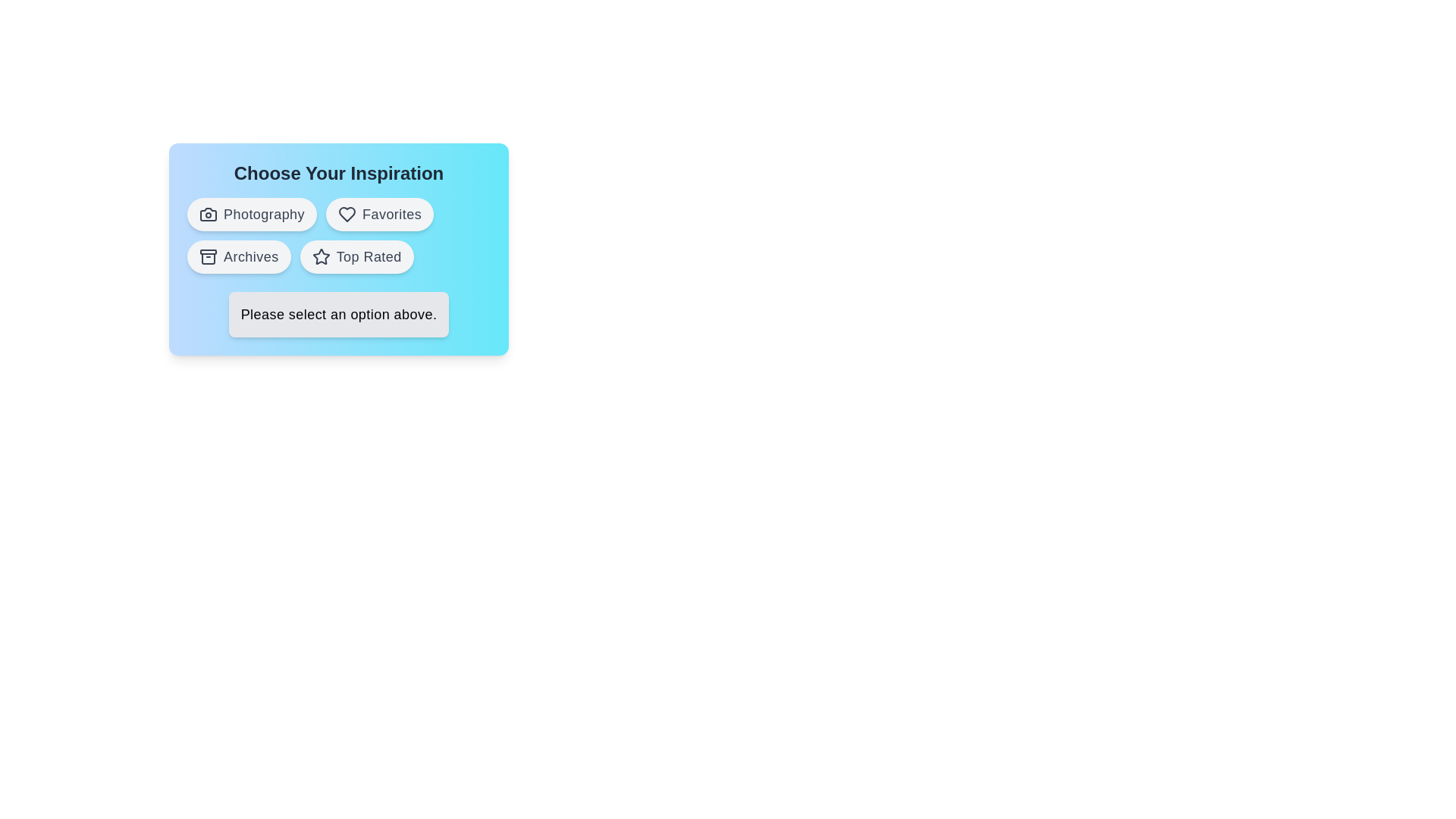 The image size is (1456, 819). What do you see at coordinates (207, 258) in the screenshot?
I see `the 'Archives' button, which is visually represented by an icon indicating archiving or storage, located in the bottom-left part of the top button row within the 'Choose Your Inspiration' category` at bounding box center [207, 258].